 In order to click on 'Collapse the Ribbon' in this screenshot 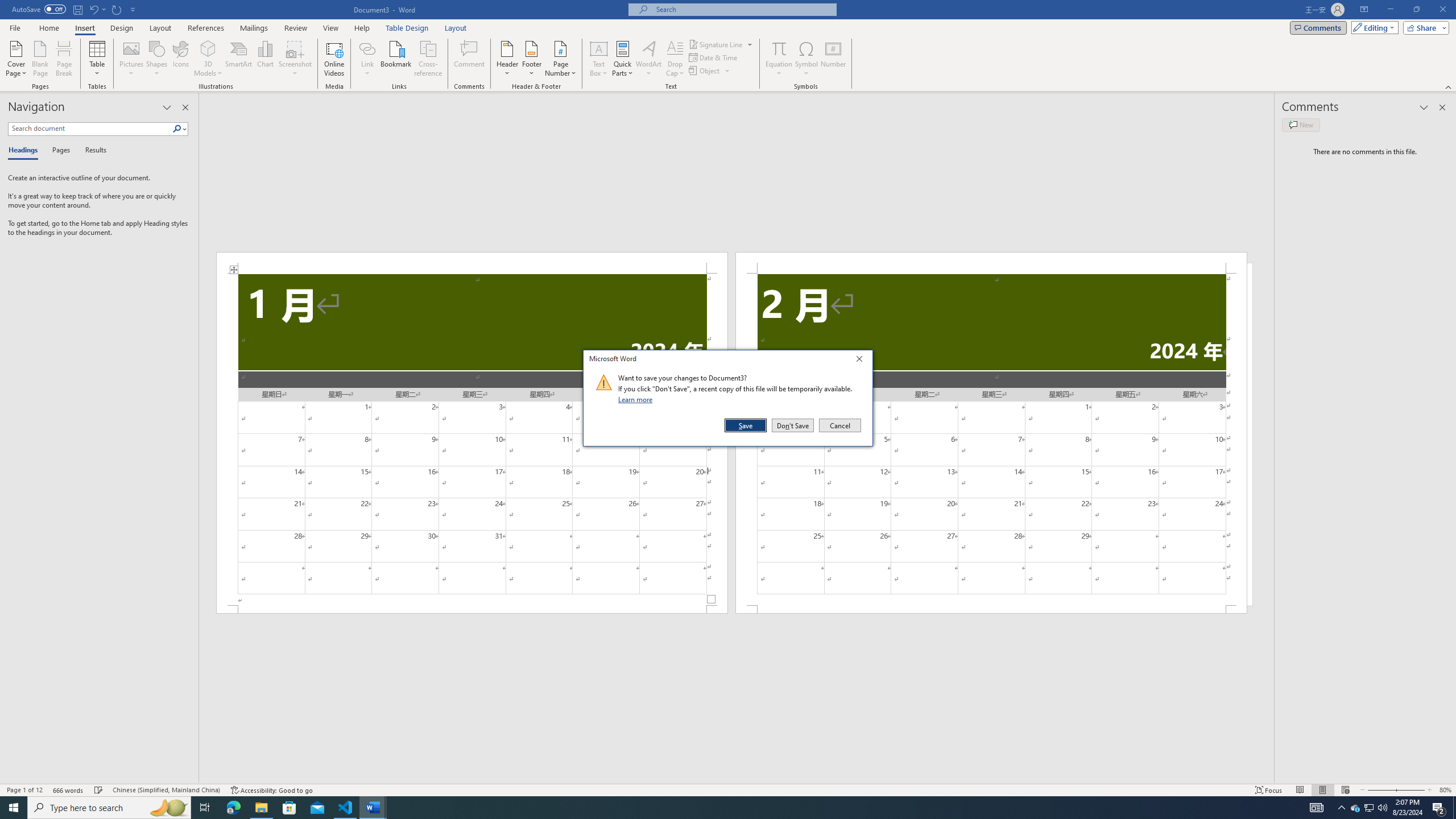, I will do `click(1449, 87)`.